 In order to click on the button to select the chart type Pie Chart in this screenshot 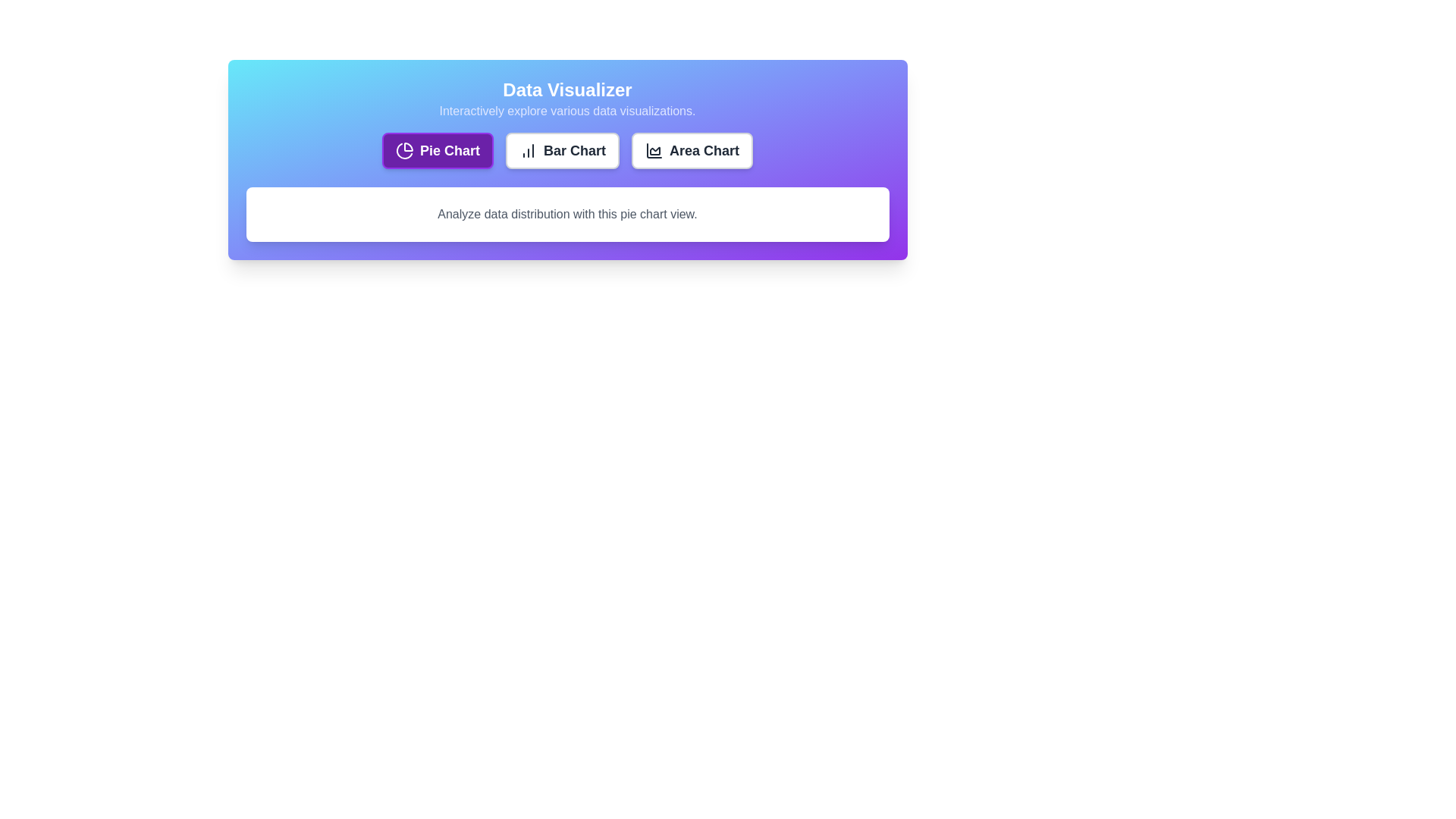, I will do `click(436, 151)`.